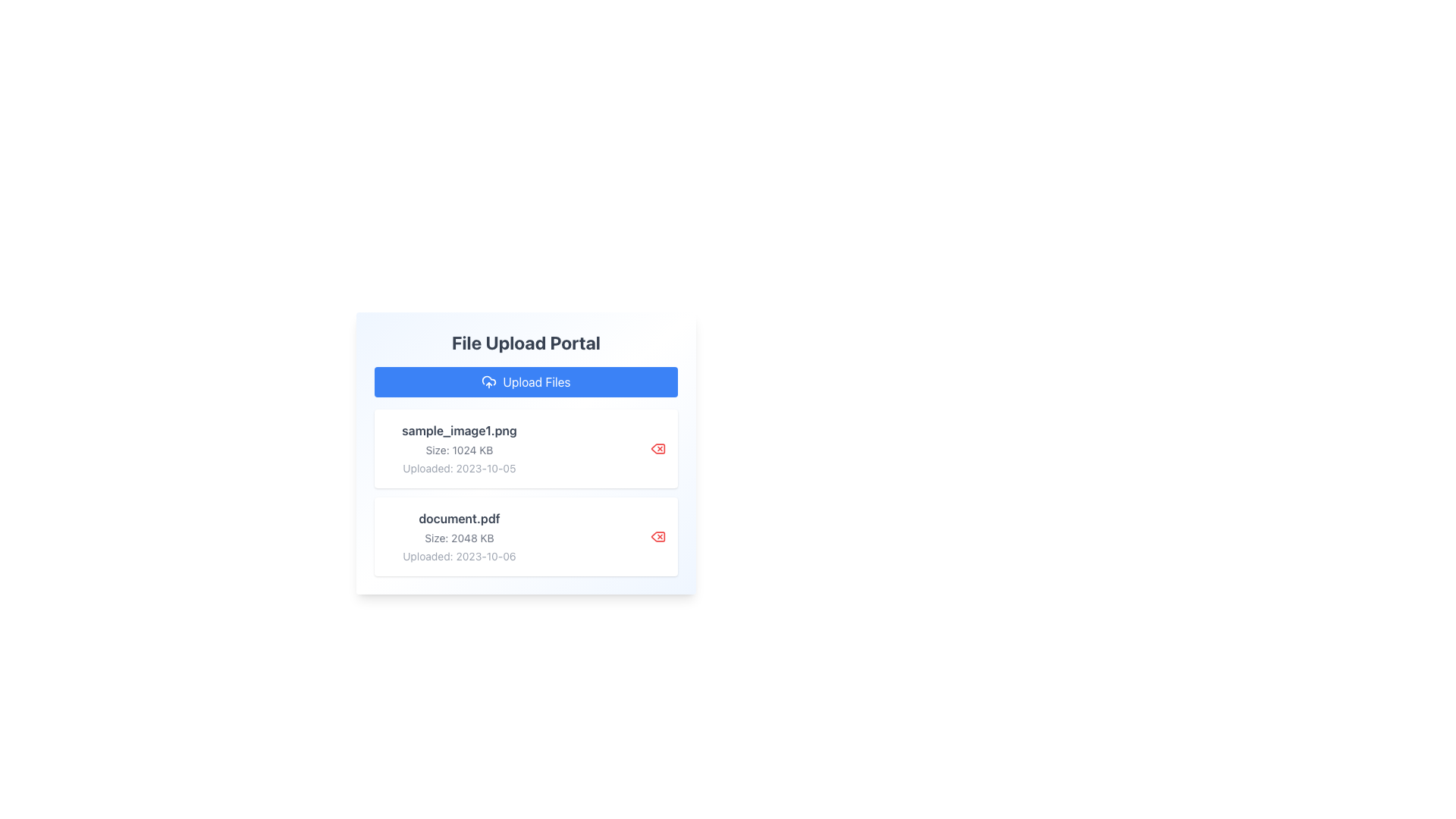 This screenshot has height=819, width=1456. I want to click on the 'Upload' button located centrally in the 'File Upload Portal' section to initiate the file upload process, so click(526, 381).